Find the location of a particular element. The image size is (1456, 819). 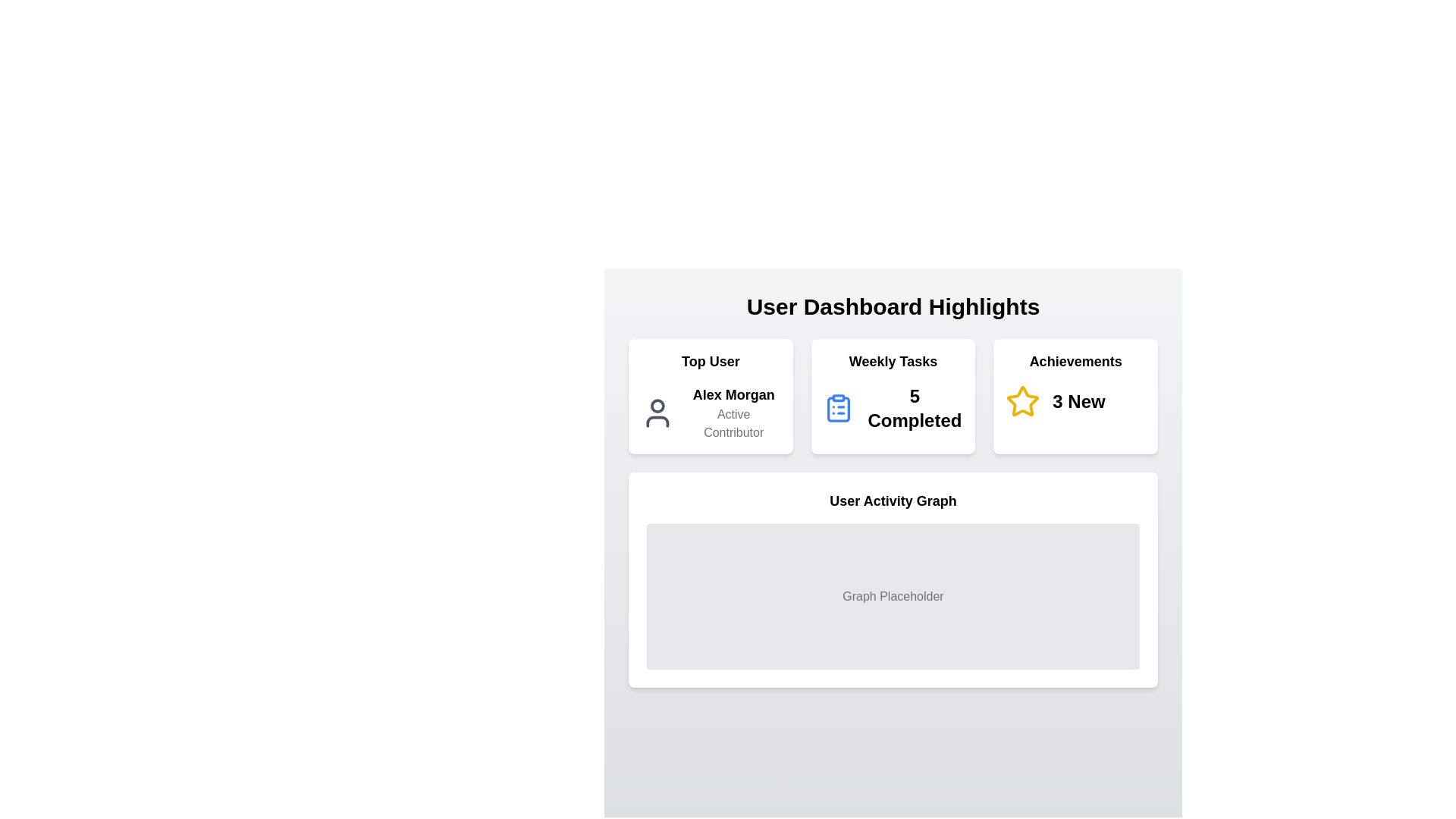

the clipboard icon with a blue-colored border and lines located in the 'Weekly Tasks' section of the 'User Dashboard Highlights', positioned to the left of the '5 Completed' text is located at coordinates (838, 408).